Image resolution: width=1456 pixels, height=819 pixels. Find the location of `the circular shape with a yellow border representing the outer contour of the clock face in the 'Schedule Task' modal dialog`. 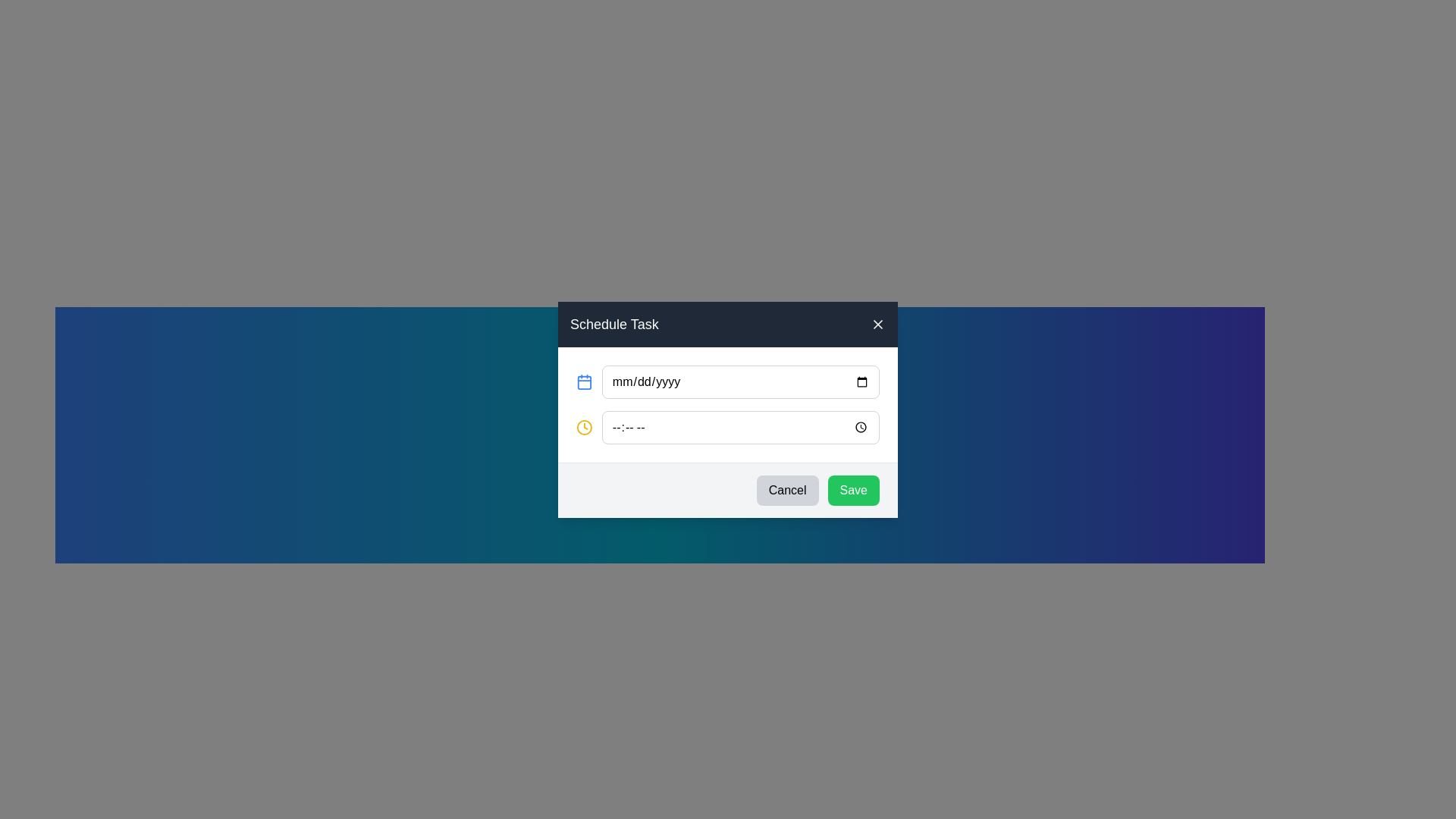

the circular shape with a yellow border representing the outer contour of the clock face in the 'Schedule Task' modal dialog is located at coordinates (583, 427).